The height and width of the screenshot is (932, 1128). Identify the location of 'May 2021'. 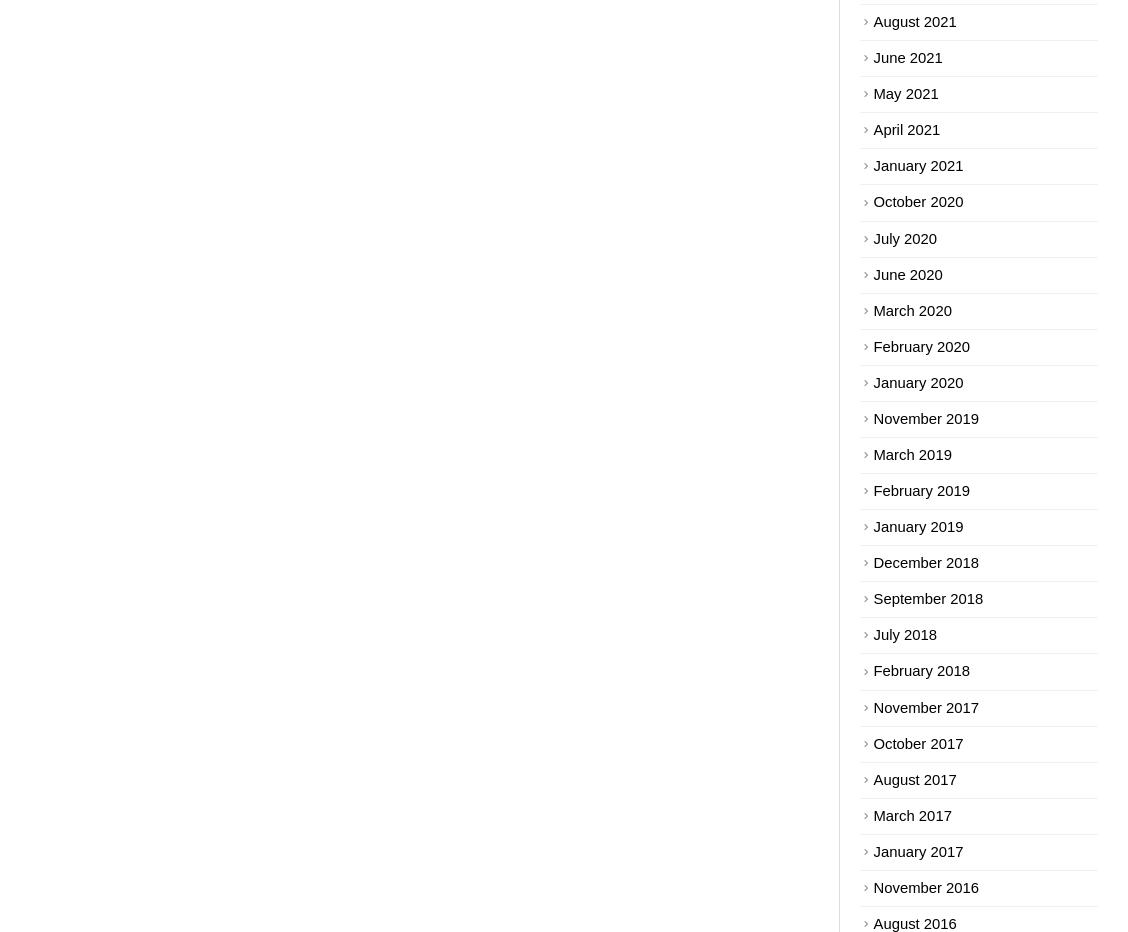
(871, 94).